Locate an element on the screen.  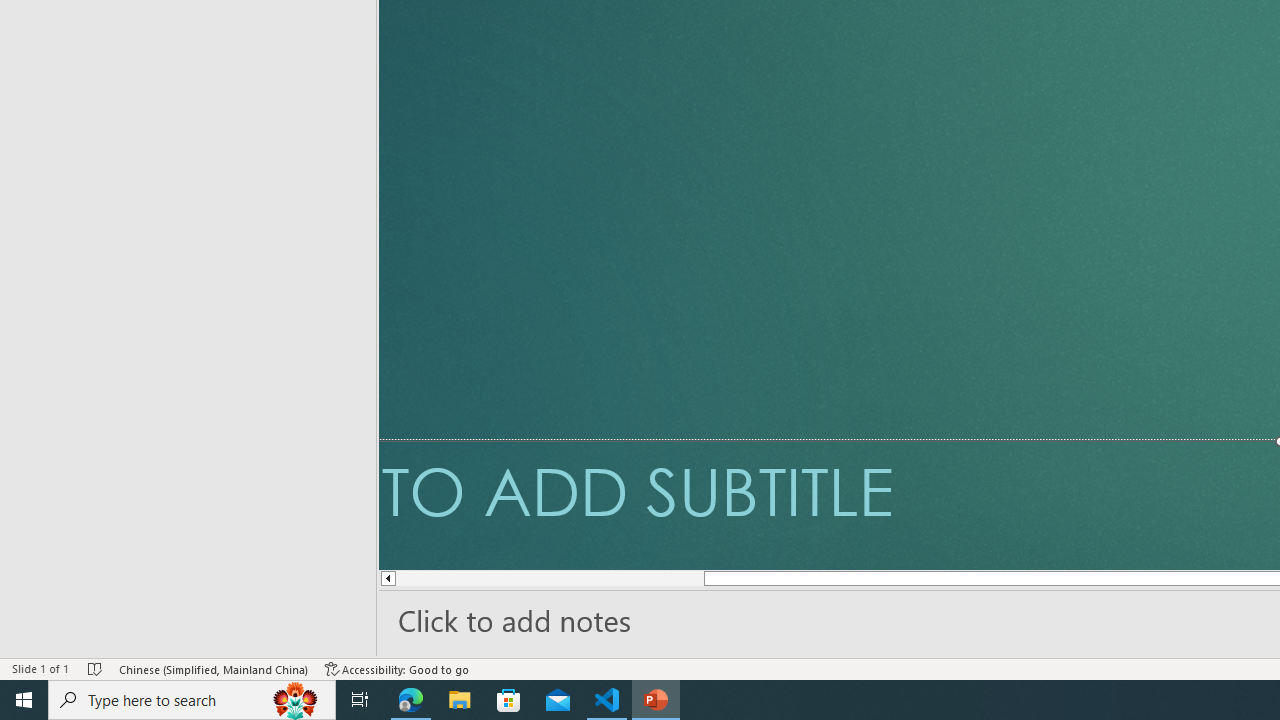
'Accessibility Checker Accessibility: Good to go' is located at coordinates (397, 669).